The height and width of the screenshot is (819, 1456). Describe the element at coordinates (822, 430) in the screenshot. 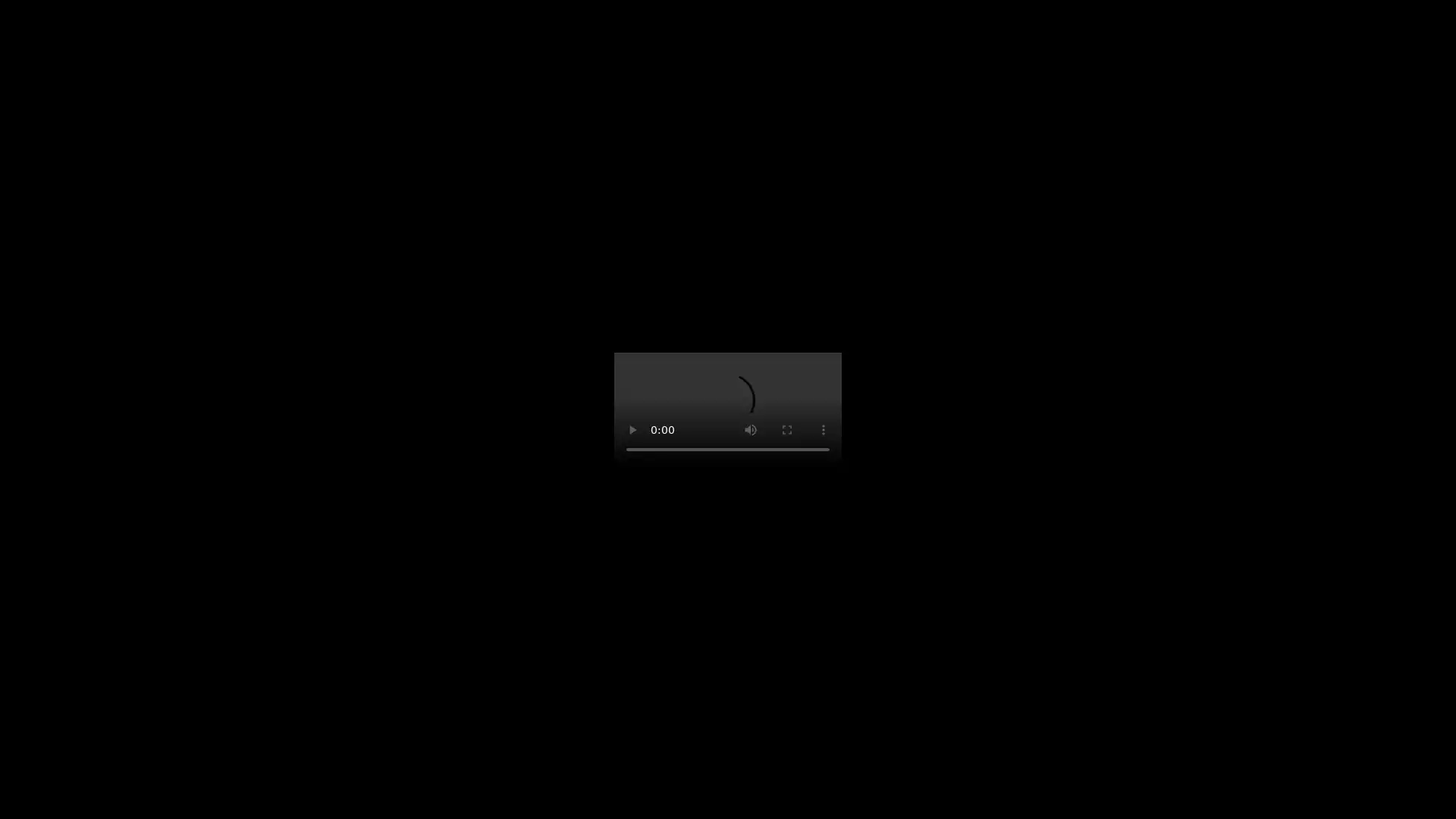

I see `show more media controls` at that location.